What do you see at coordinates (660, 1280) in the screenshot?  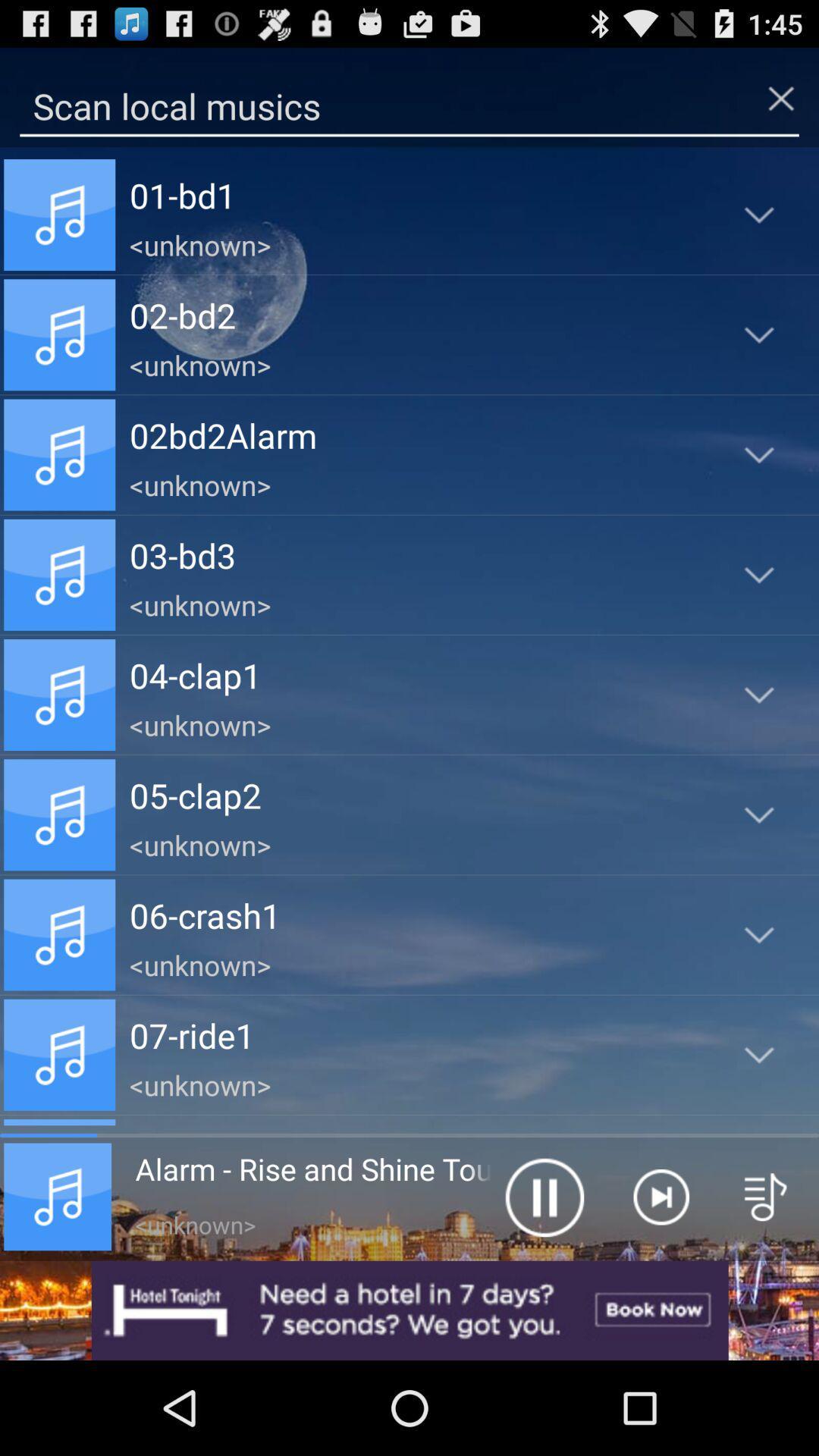 I see `the skip_next icon` at bounding box center [660, 1280].